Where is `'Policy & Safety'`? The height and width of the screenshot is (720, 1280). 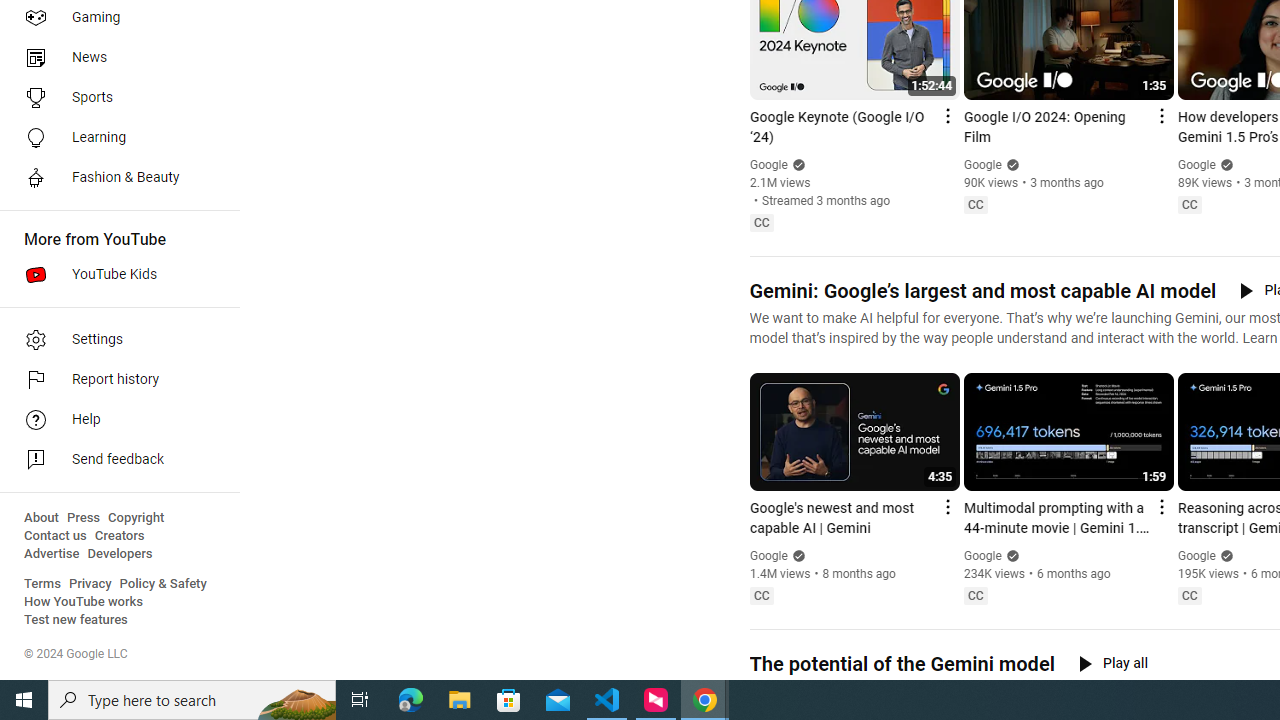
'Policy & Safety' is located at coordinates (163, 584).